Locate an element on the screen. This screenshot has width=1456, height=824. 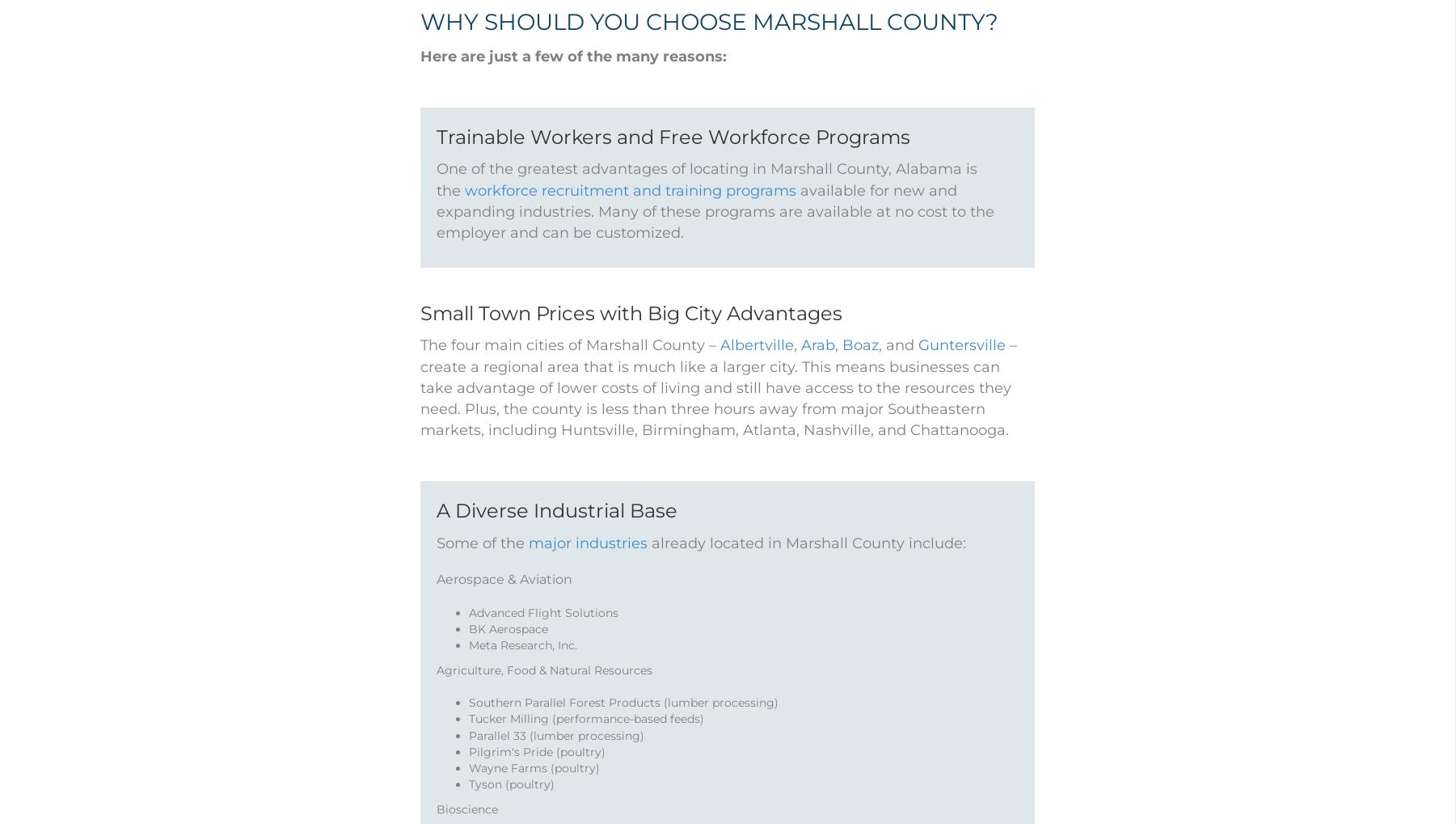
'Agriculture, Food & Natural Resources' is located at coordinates (543, 690).